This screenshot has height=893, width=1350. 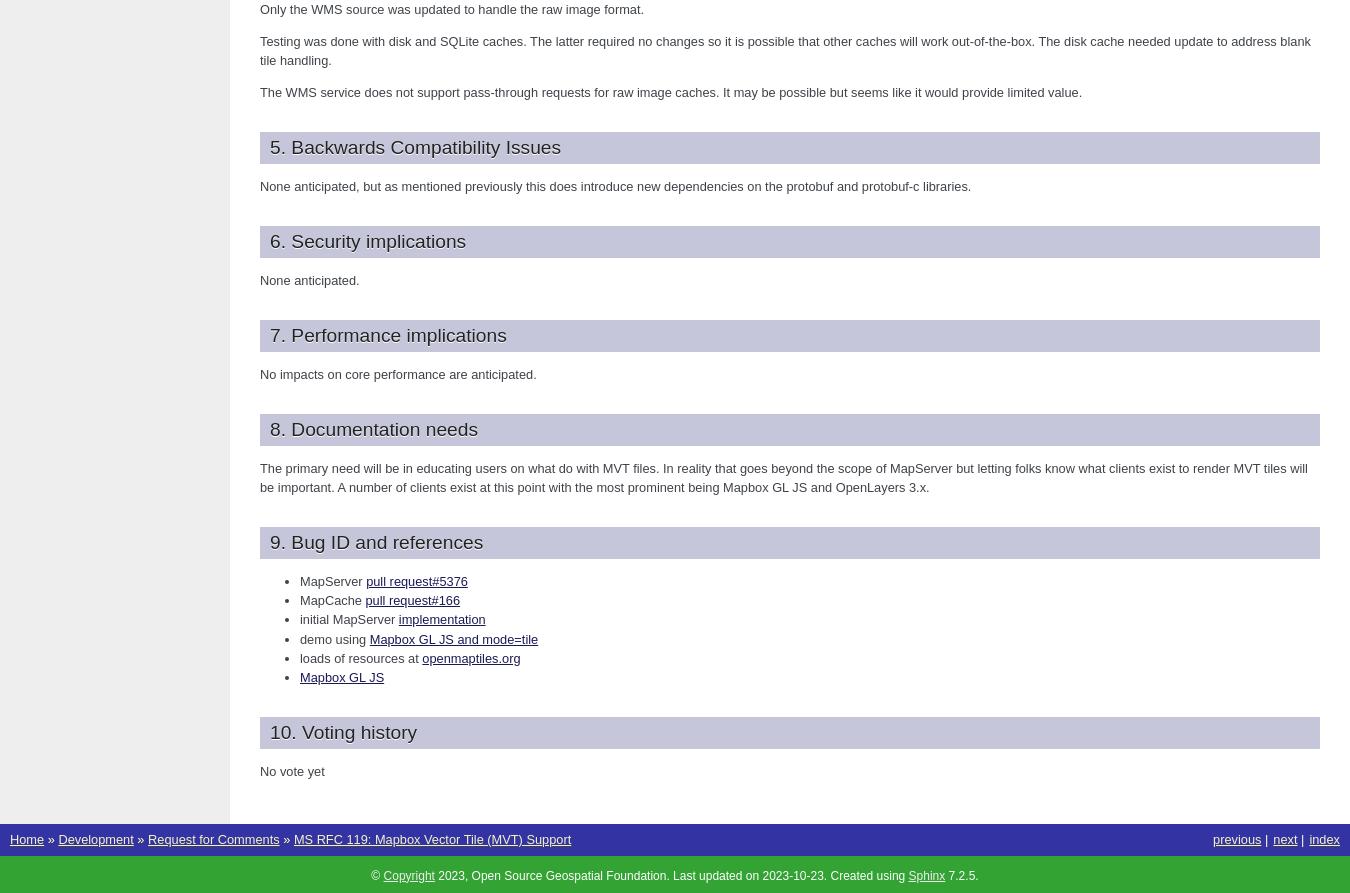 What do you see at coordinates (333, 638) in the screenshot?
I see `'demo using'` at bounding box center [333, 638].